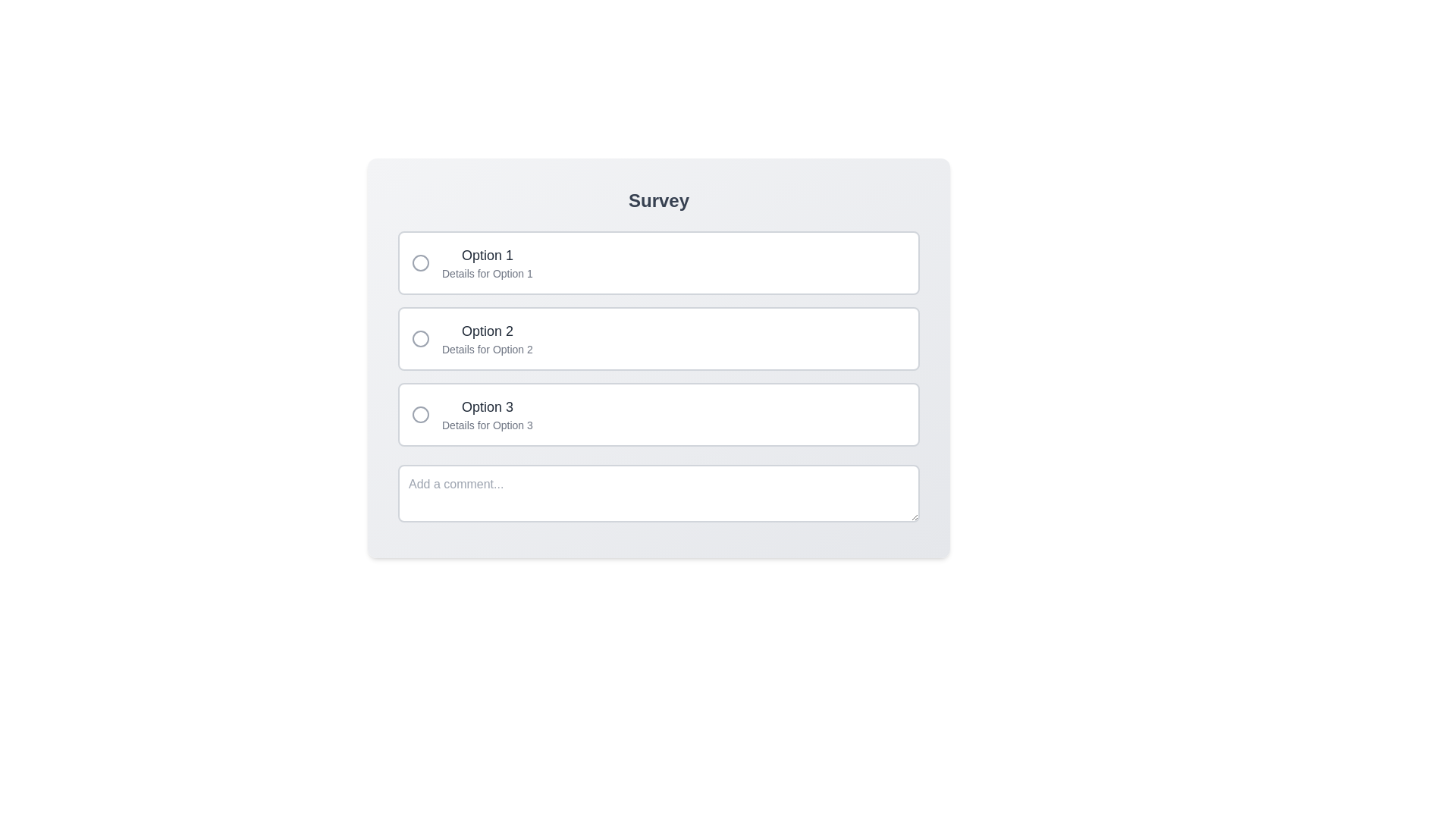 This screenshot has width=1456, height=819. What do you see at coordinates (421, 262) in the screenshot?
I see `the radio button for selecting 'Option 1' in the survey` at bounding box center [421, 262].